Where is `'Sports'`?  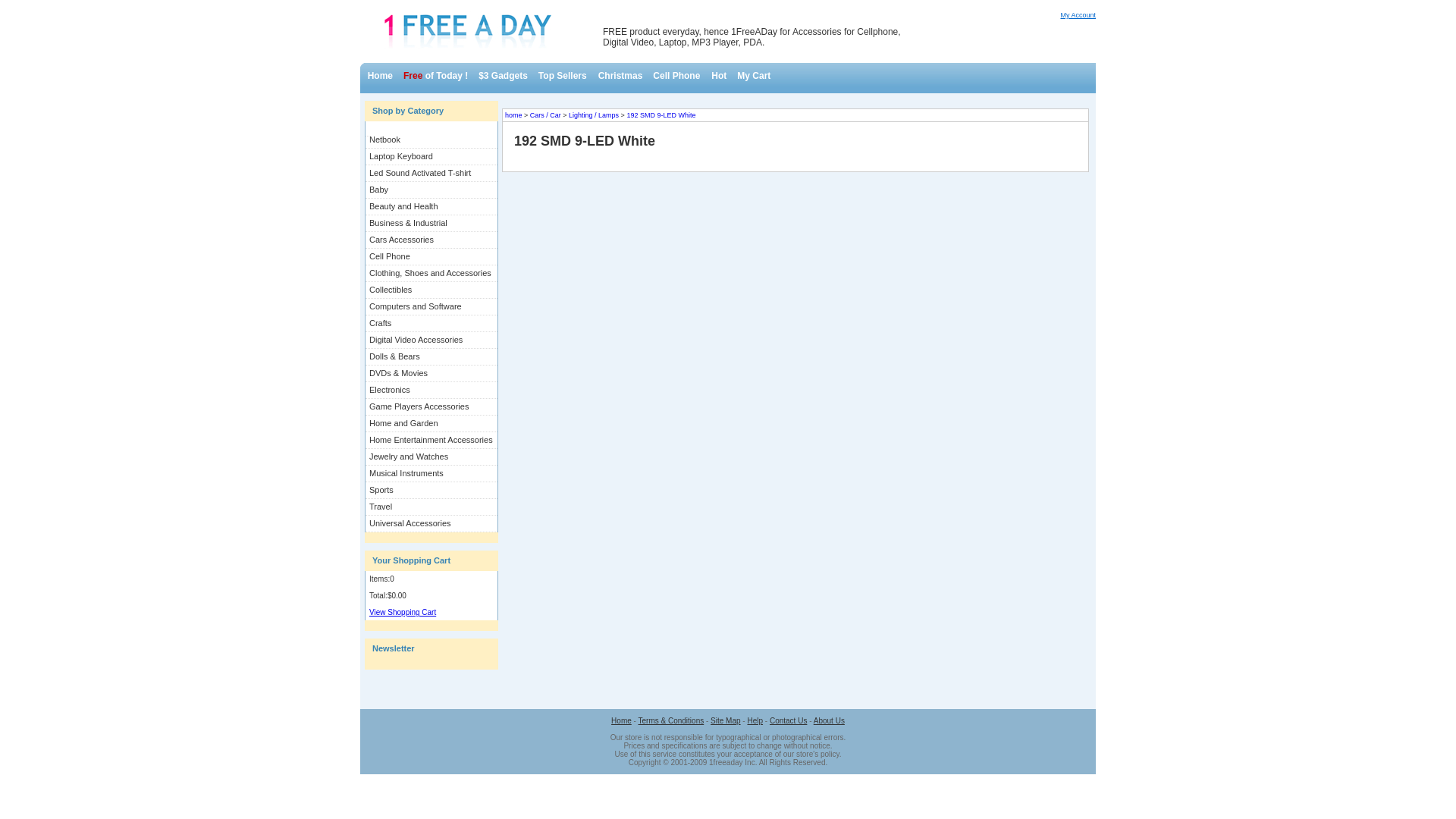 'Sports' is located at coordinates (432, 489).